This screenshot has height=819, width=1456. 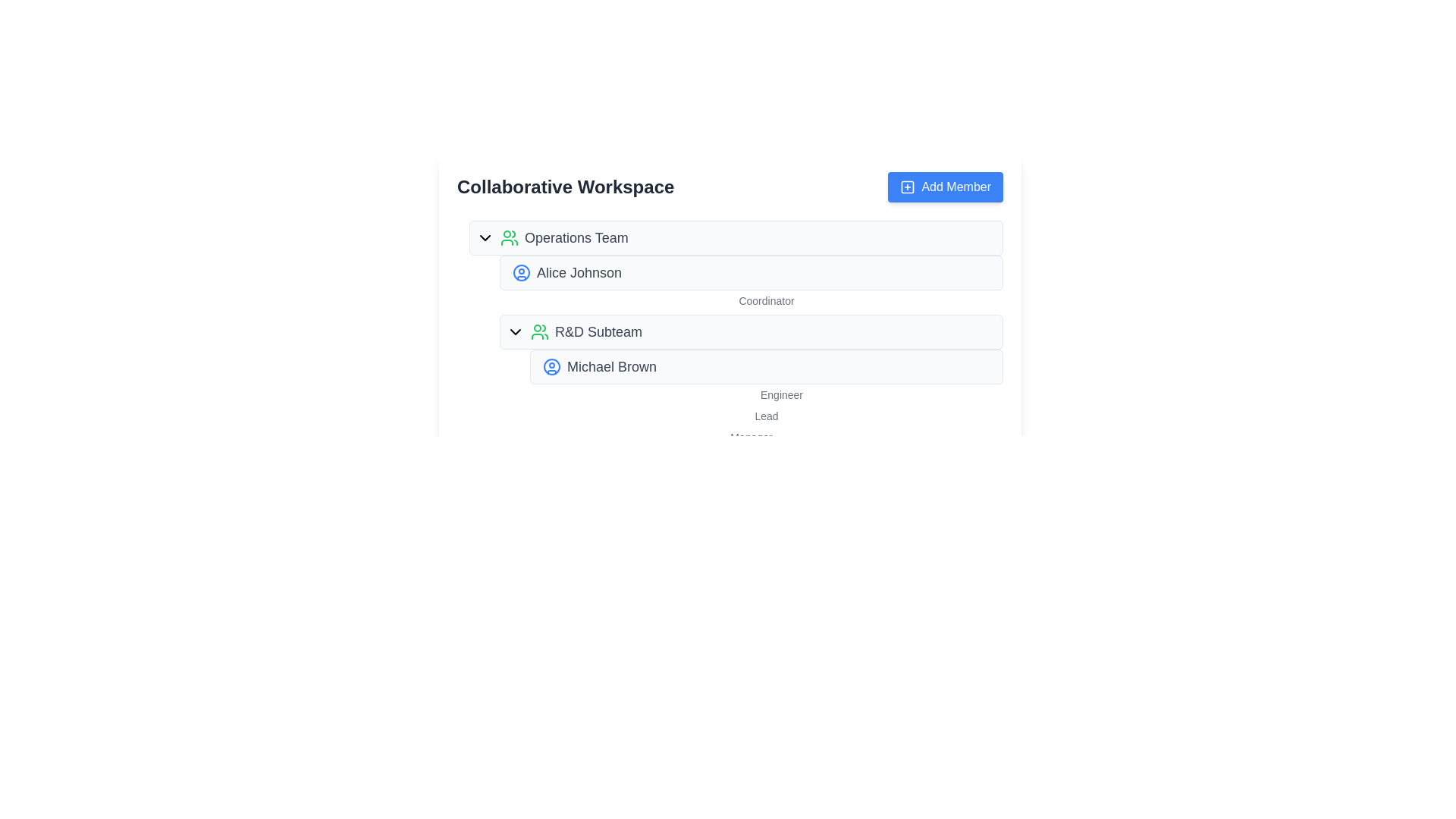 What do you see at coordinates (751, 331) in the screenshot?
I see `the Collapsible List Item labeled 'R&D Subteam'` at bounding box center [751, 331].